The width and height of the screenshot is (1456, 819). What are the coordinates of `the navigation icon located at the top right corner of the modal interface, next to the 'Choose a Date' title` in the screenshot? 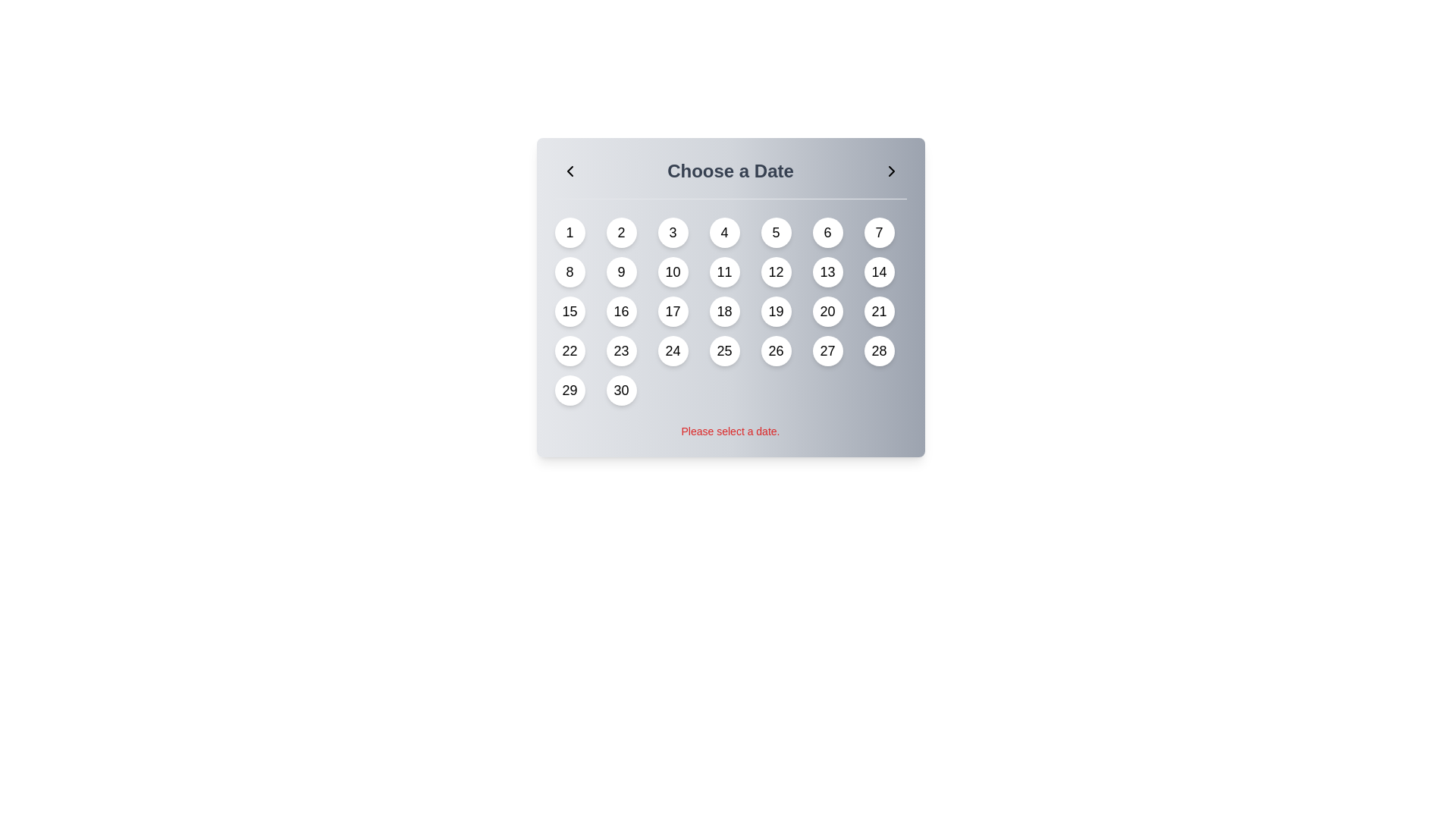 It's located at (891, 171).